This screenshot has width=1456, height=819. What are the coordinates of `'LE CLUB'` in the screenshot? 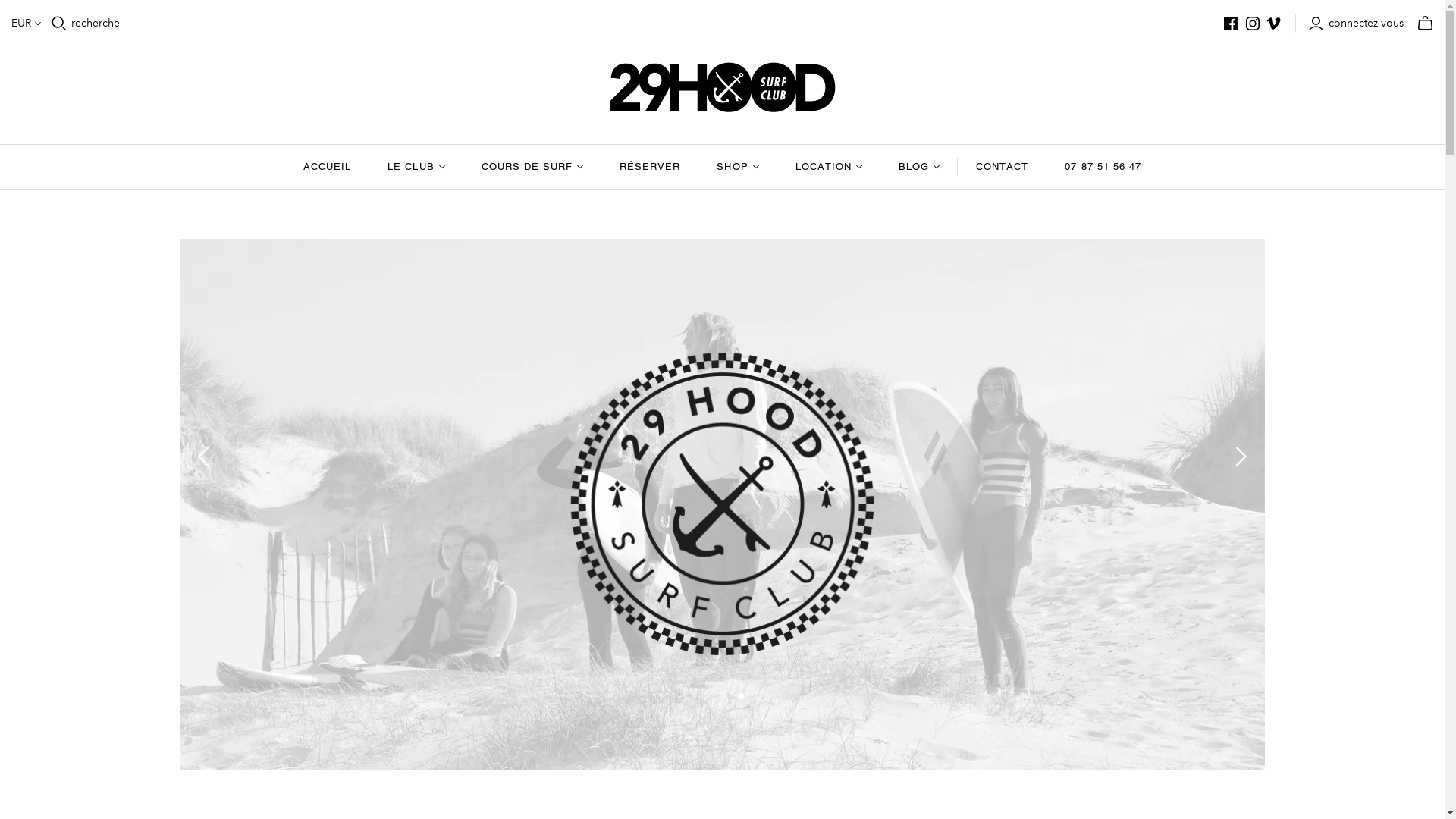 It's located at (369, 166).